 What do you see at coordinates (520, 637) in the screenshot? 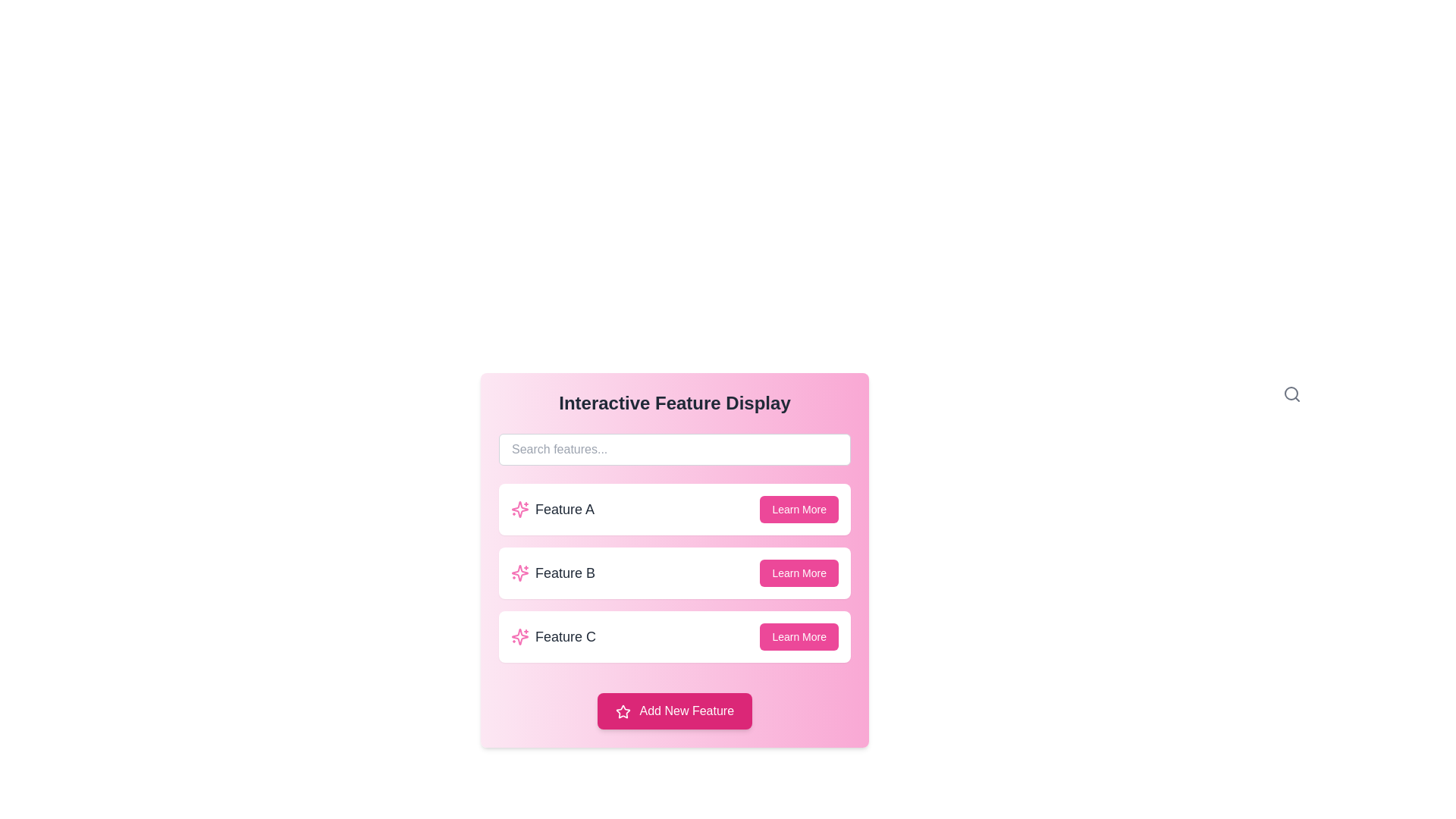
I see `the decorative icon representing 'Feature C', which is the leading icon in the row containing the text 'Feature C', positioned directly to its left` at bounding box center [520, 637].